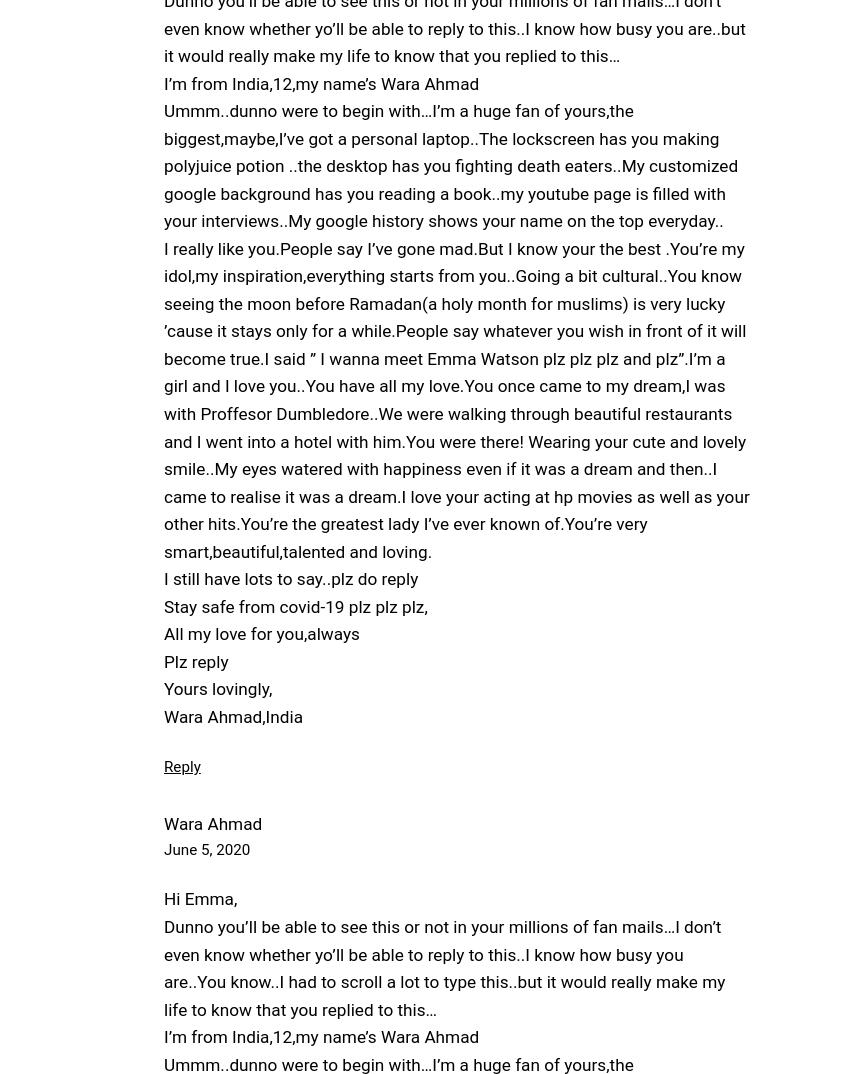  Describe the element at coordinates (163, 716) in the screenshot. I see `'Wara Ahmad,India'` at that location.